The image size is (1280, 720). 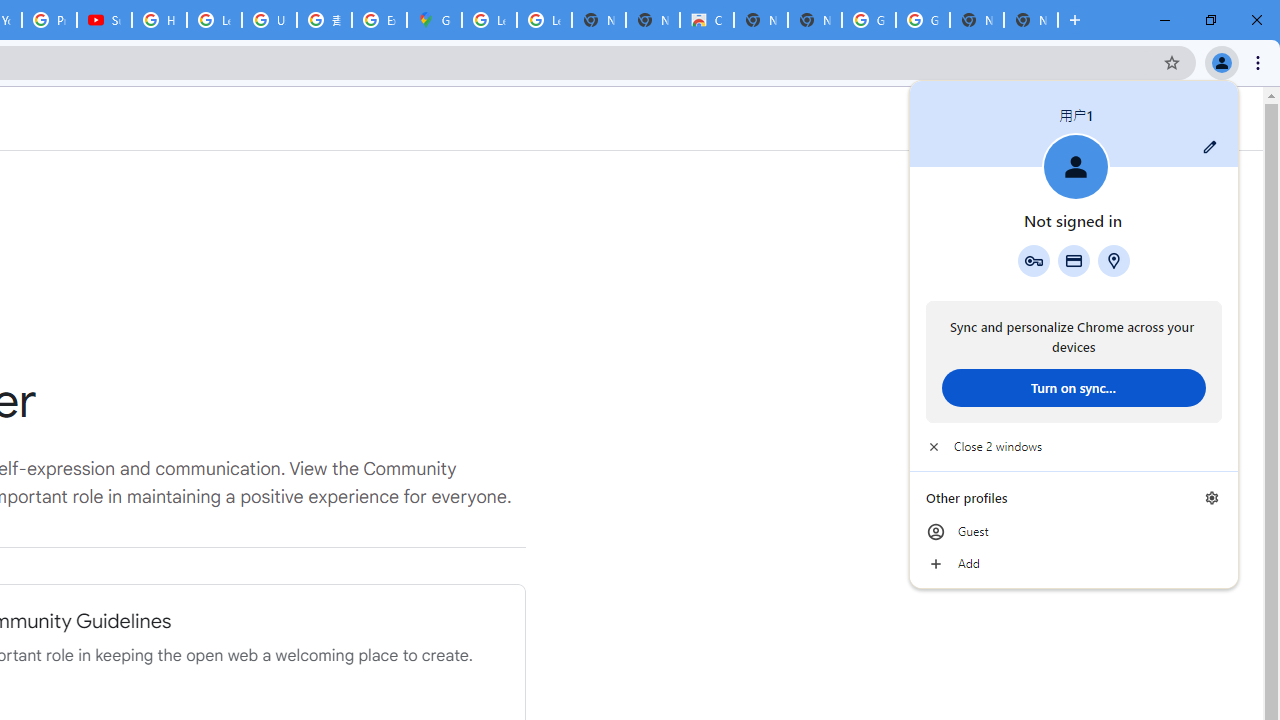 I want to click on 'Close 2 windows', so click(x=1072, y=446).